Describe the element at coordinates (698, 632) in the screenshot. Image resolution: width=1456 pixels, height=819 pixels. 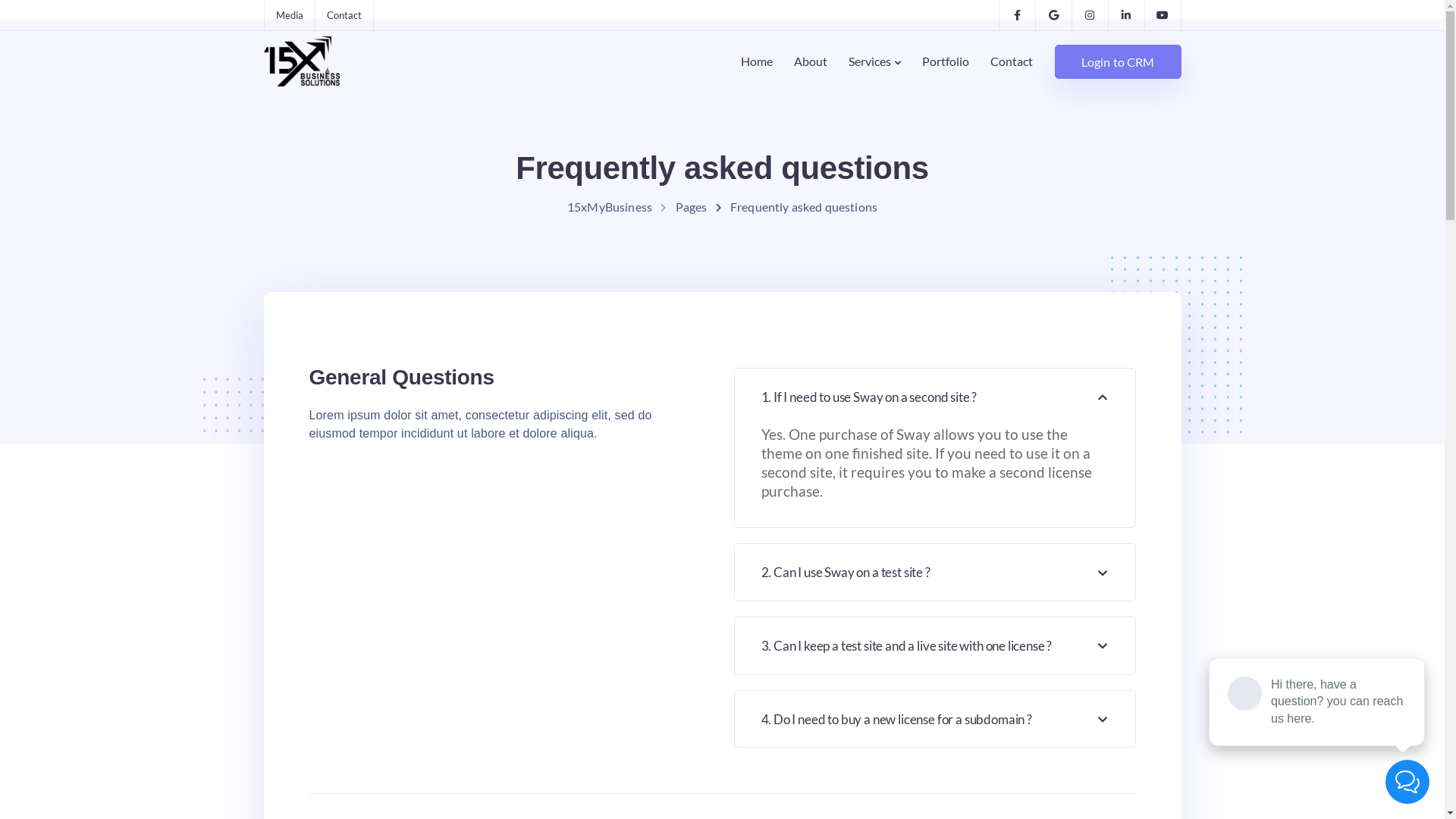
I see `'Terms and Conditions'` at that location.